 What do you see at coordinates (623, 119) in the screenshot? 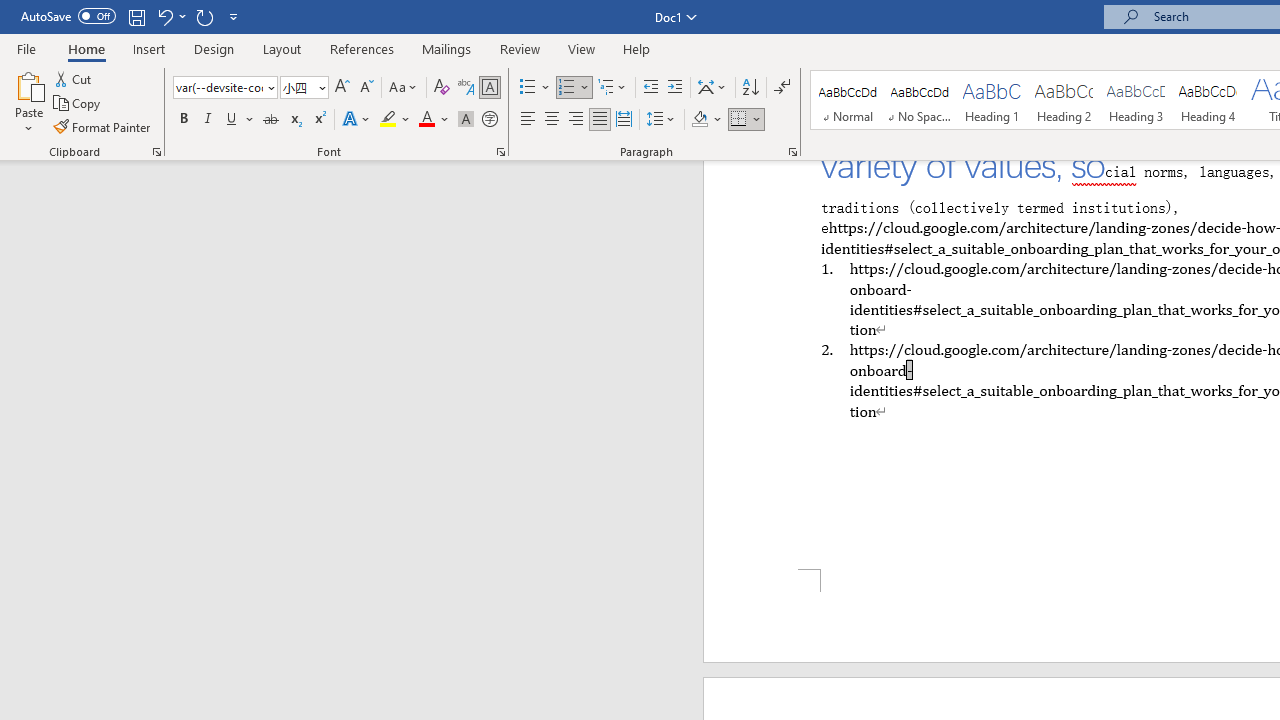
I see `'Distributed'` at bounding box center [623, 119].